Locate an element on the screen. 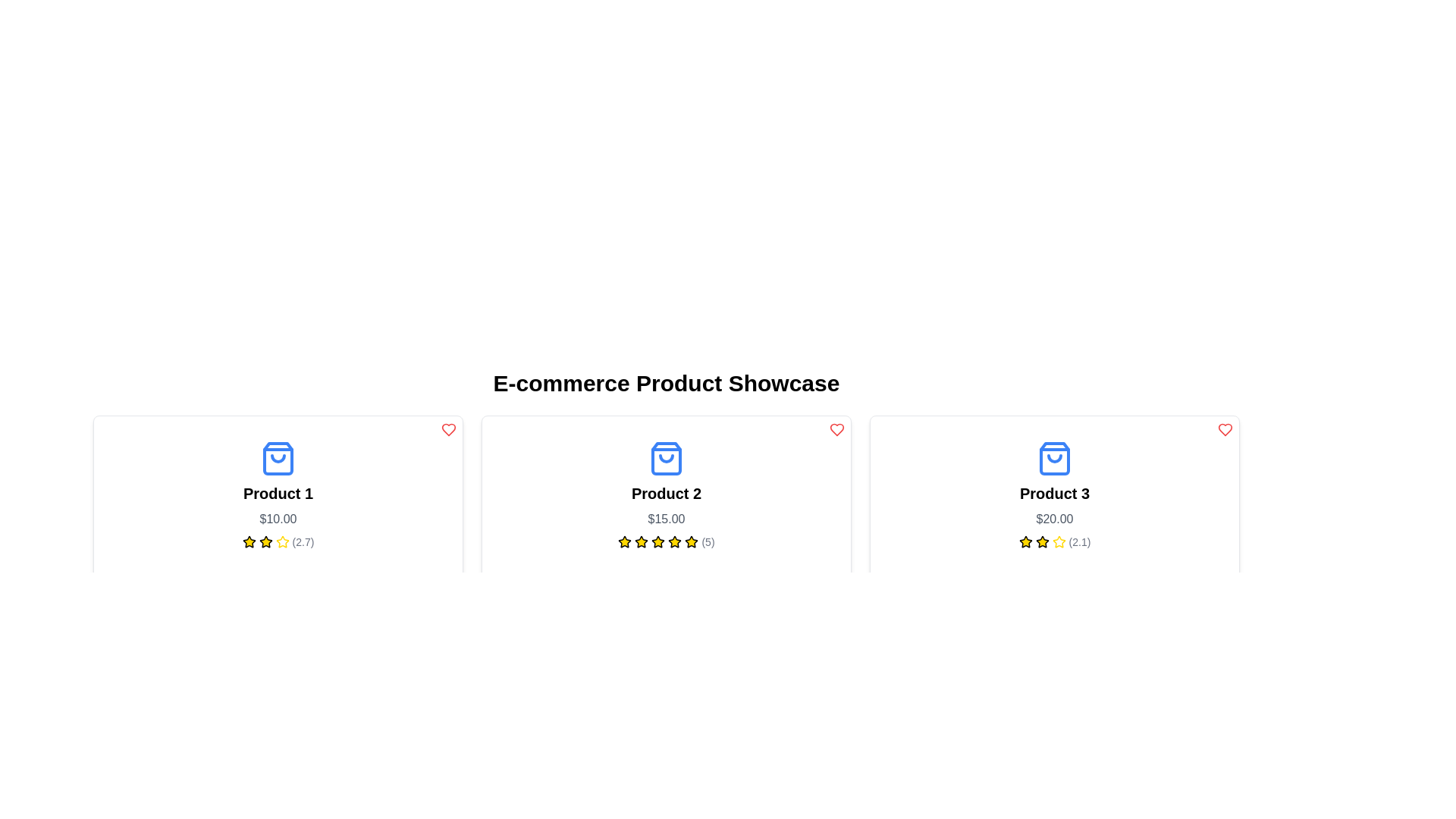 The image size is (1456, 819). the second star in the rating section for 'Product 3' is located at coordinates (1041, 541).